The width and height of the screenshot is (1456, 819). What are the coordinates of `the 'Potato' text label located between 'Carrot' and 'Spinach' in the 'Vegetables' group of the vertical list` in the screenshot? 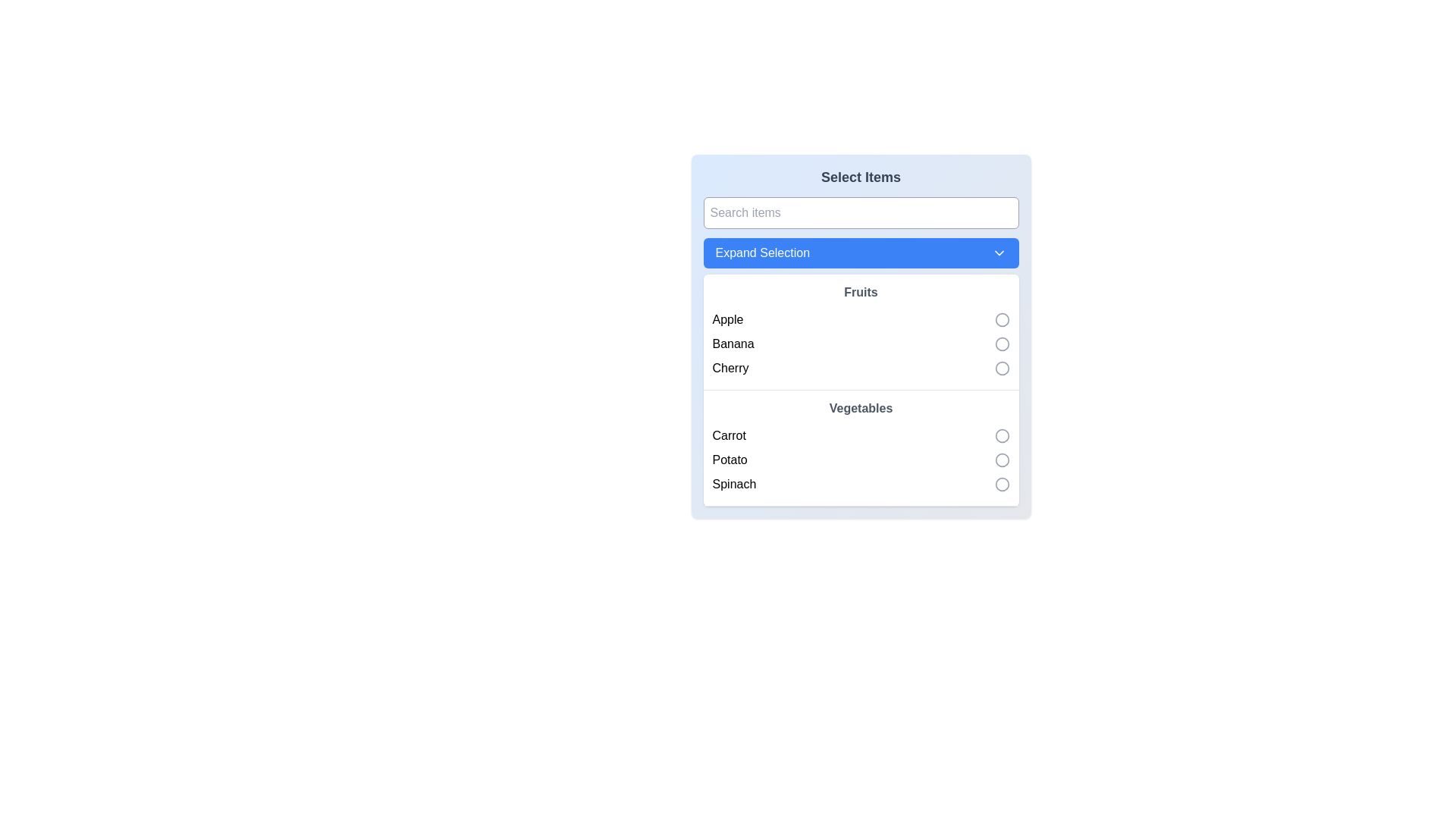 It's located at (730, 459).